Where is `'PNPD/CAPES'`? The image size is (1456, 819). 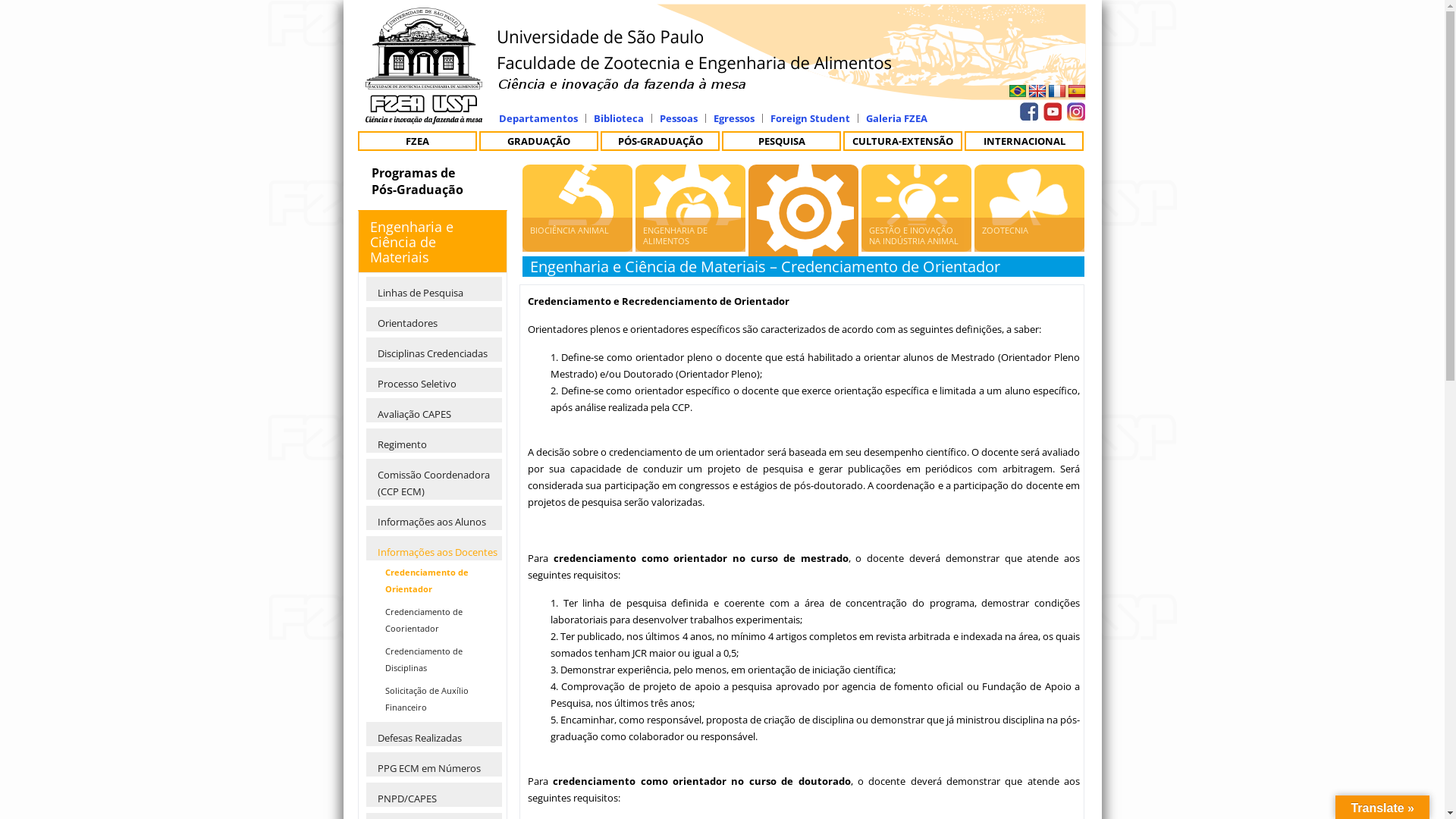
'PNPD/CAPES' is located at coordinates (433, 794).